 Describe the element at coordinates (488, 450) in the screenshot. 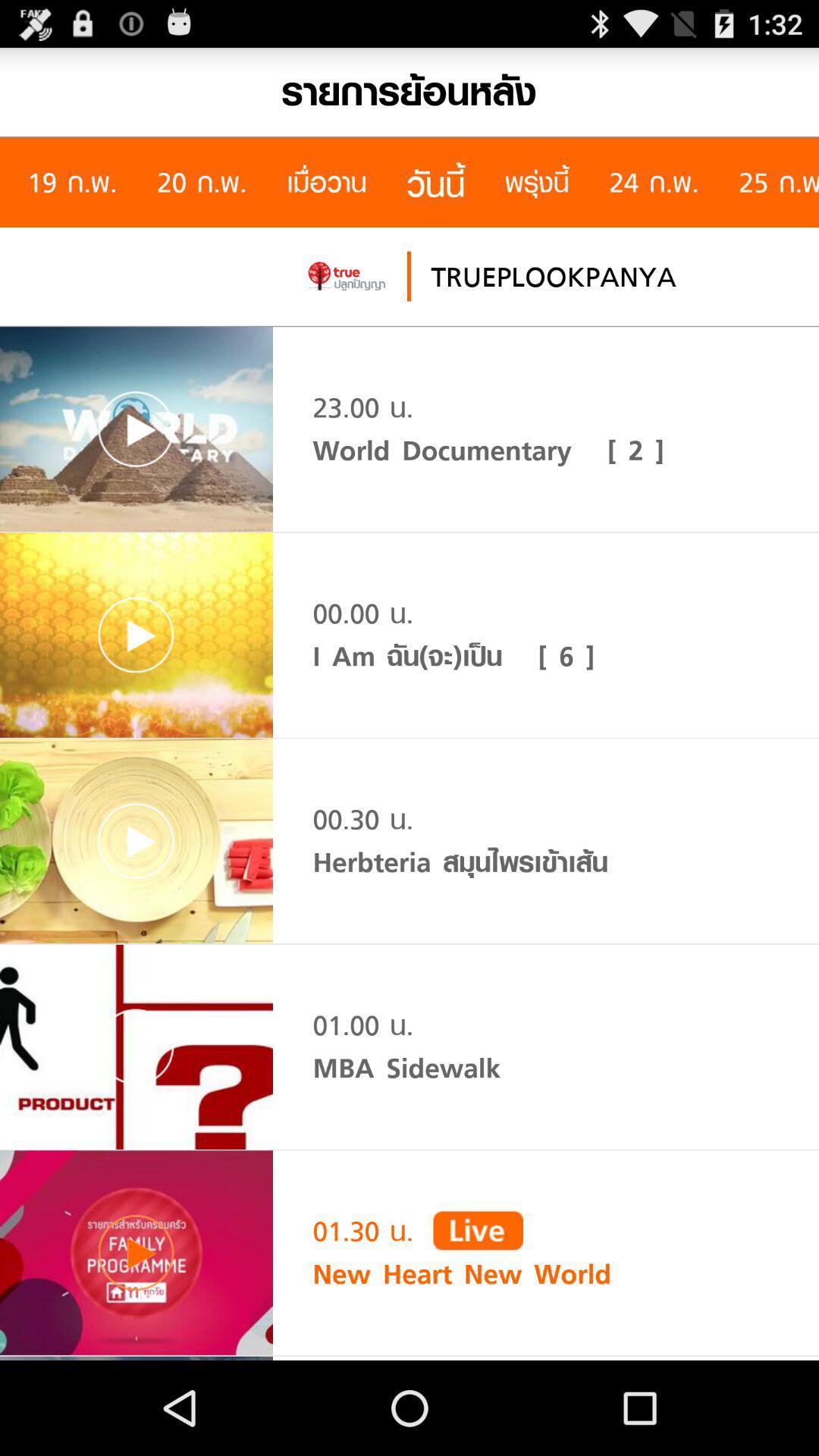

I see `world documentary   [ 2 ] icon` at that location.